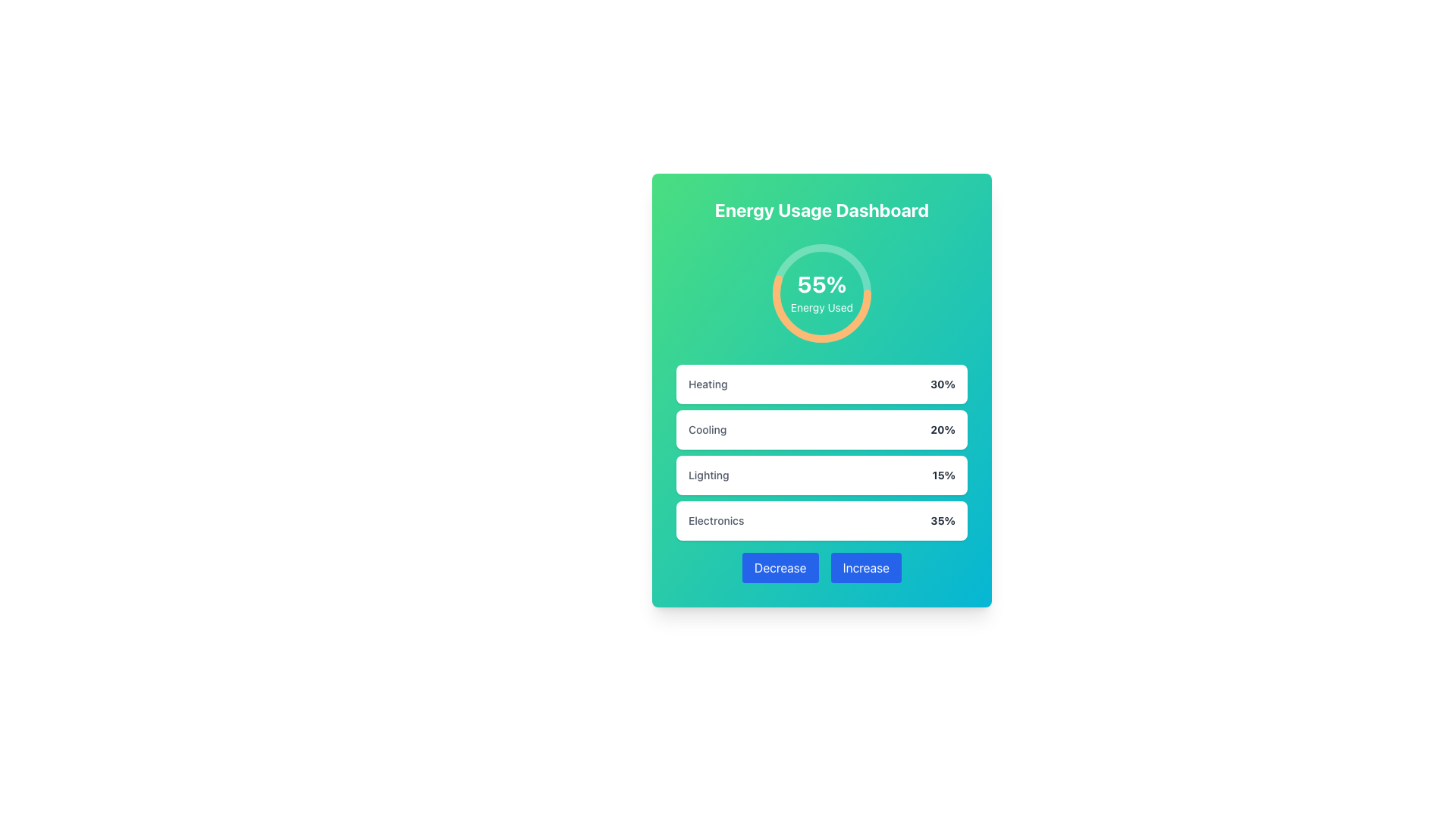 This screenshot has width=1456, height=819. What do you see at coordinates (942, 430) in the screenshot?
I see `static text label displaying the percentage of energy consumption related to 'Cooling', located in the third card from the top in a green dashboard interface` at bounding box center [942, 430].